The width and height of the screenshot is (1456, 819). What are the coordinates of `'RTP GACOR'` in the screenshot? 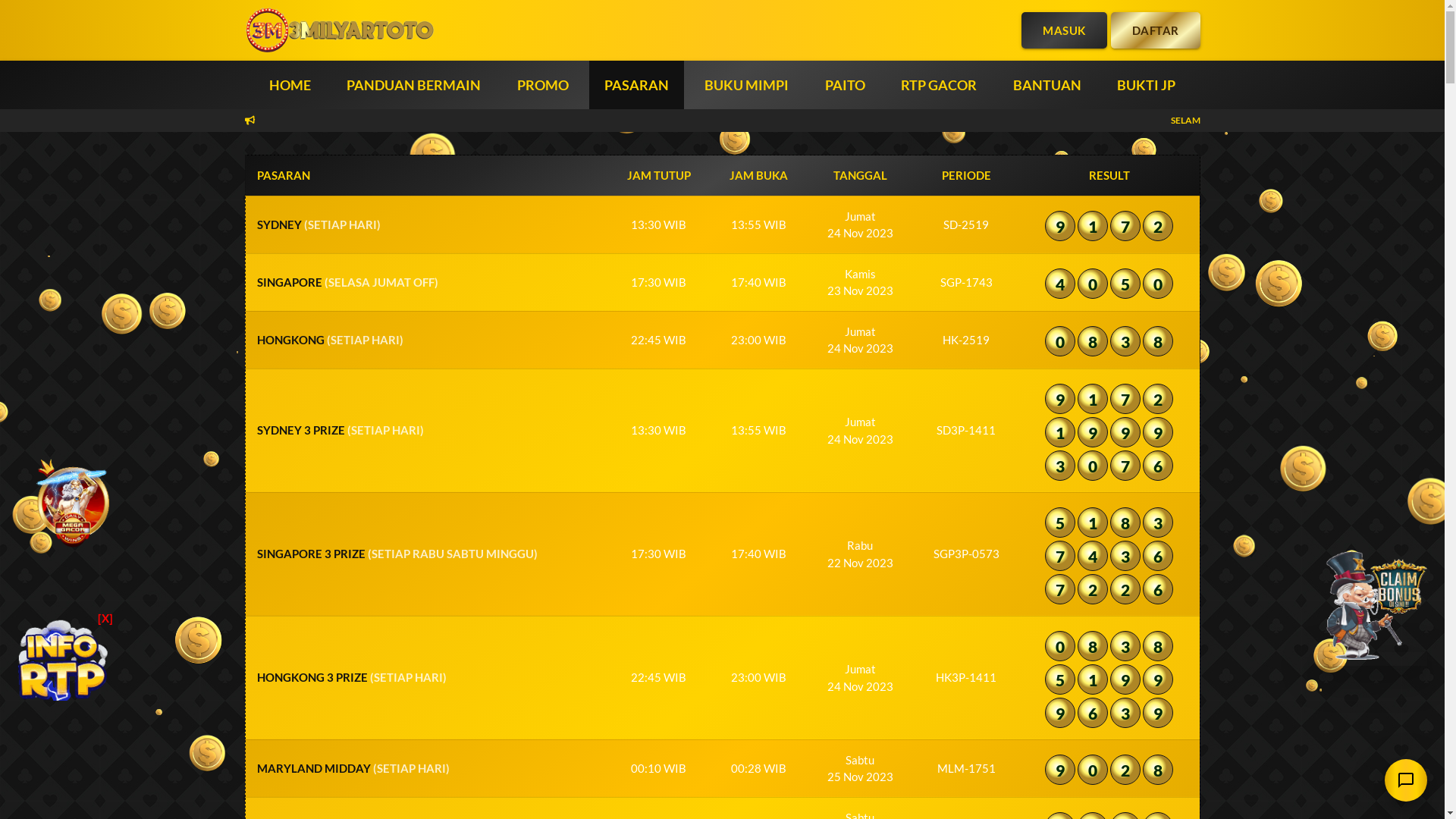 It's located at (938, 84).